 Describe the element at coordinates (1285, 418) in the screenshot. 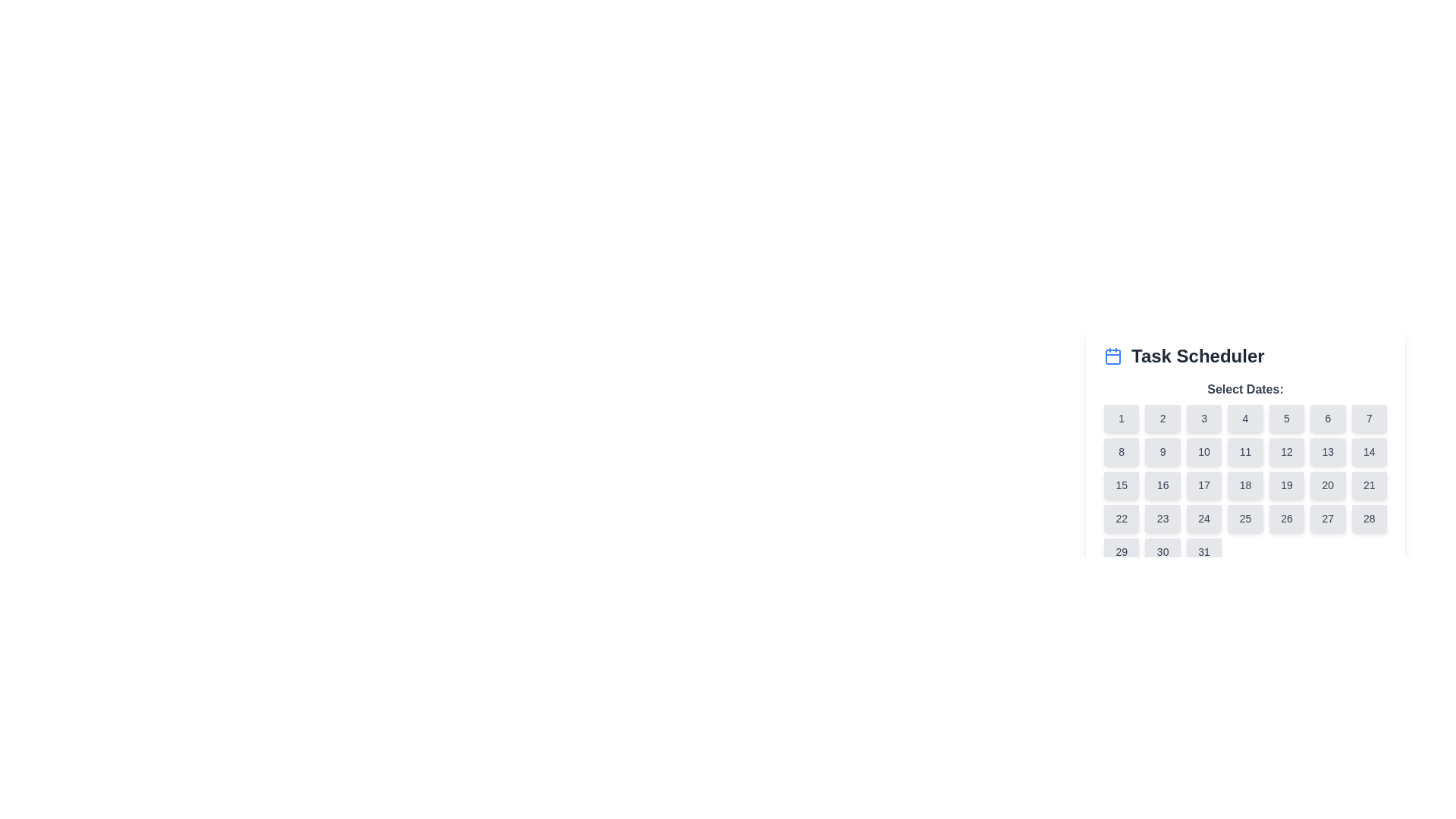

I see `the button representing the fifth day of the month in the calendar grid located beneath the header 'Select Dates' and the title 'Task Scheduler'` at that location.